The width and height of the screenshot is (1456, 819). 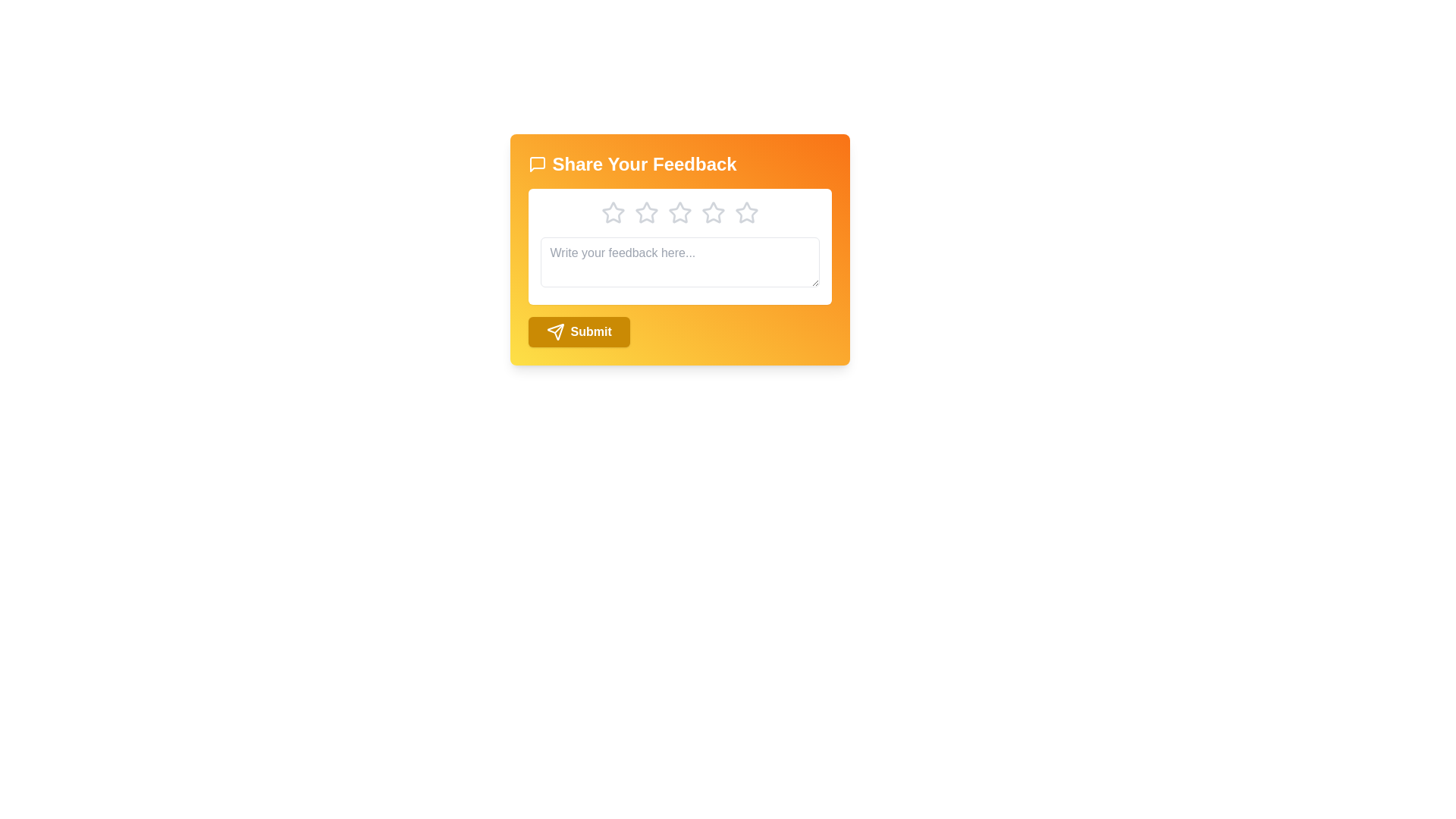 What do you see at coordinates (578, 331) in the screenshot?
I see `the submit button located at the bottom center of the 'Share Your Feedback' area` at bounding box center [578, 331].